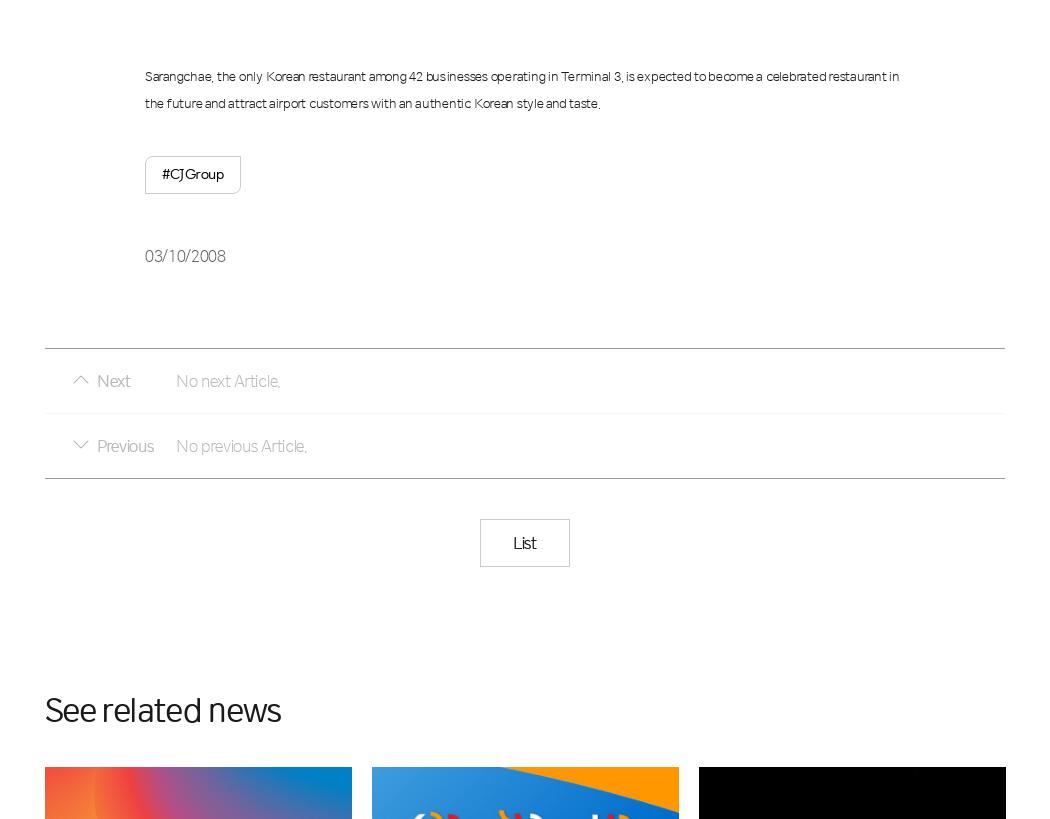  What do you see at coordinates (185, 254) in the screenshot?
I see `'03/10/2008'` at bounding box center [185, 254].